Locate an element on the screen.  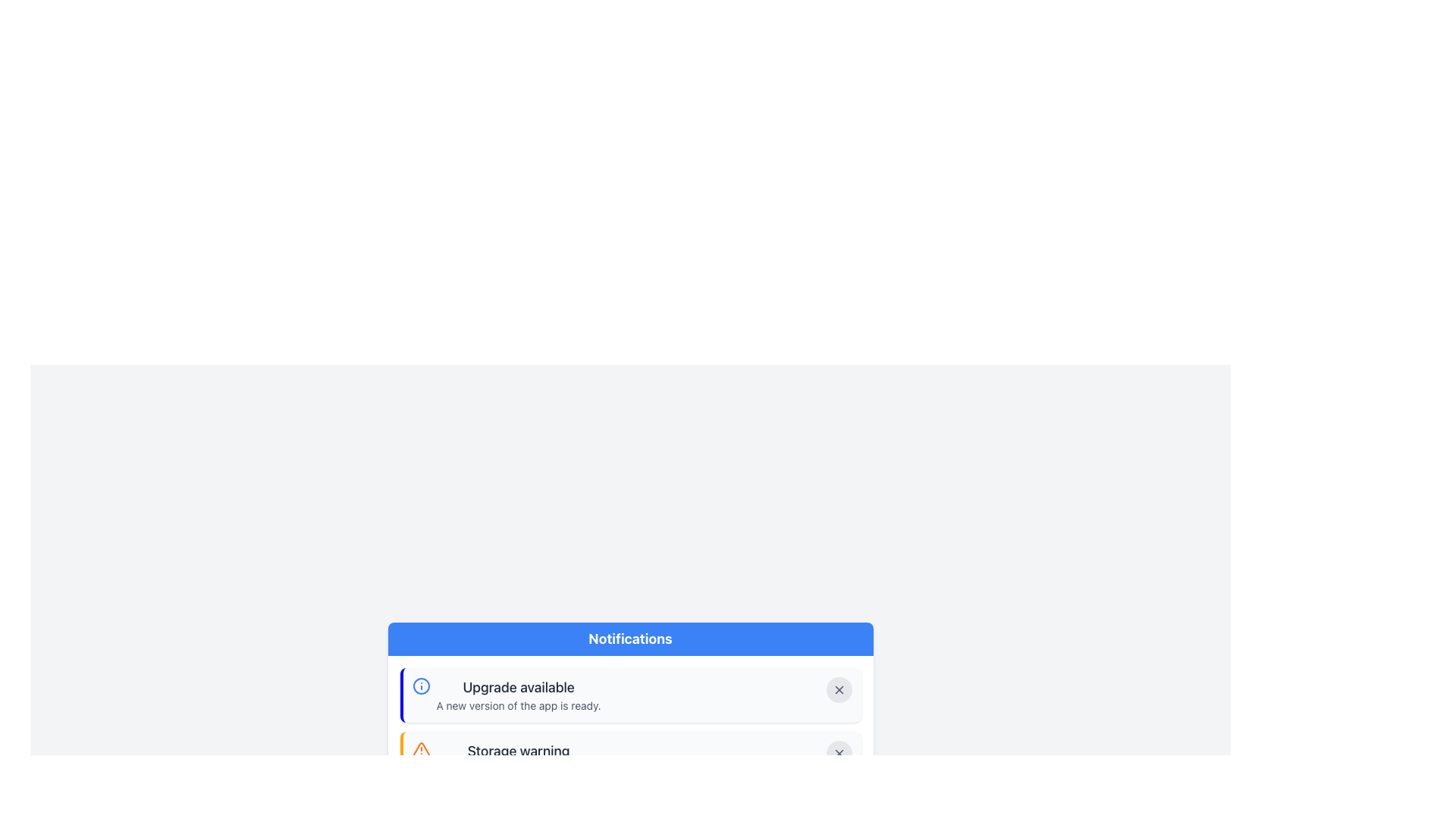
the orange-colored triangle icon with a warning symbol located to the left of the 'Storage warning' text in the notification card is located at coordinates (421, 748).